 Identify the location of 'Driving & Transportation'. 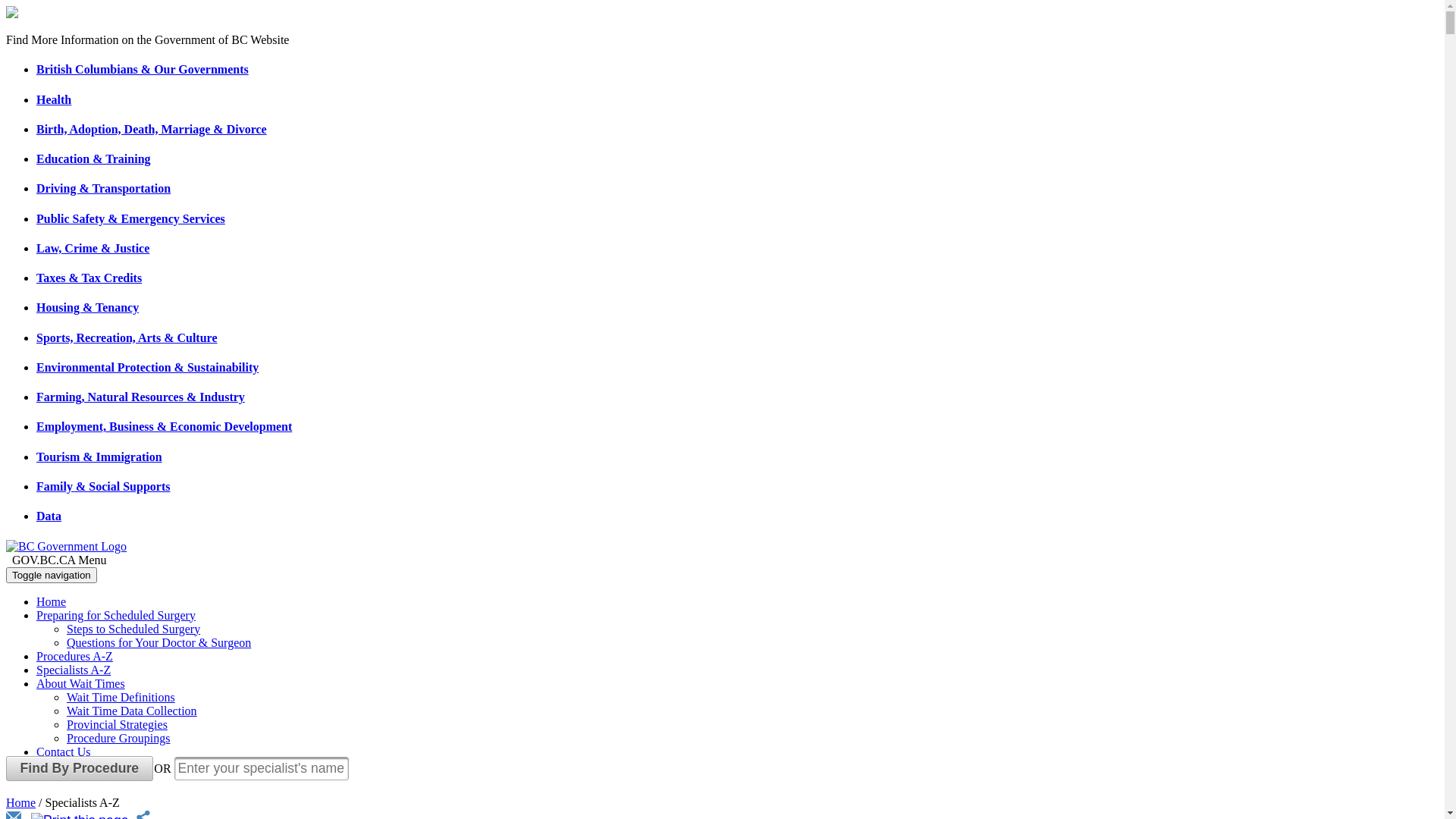
(102, 187).